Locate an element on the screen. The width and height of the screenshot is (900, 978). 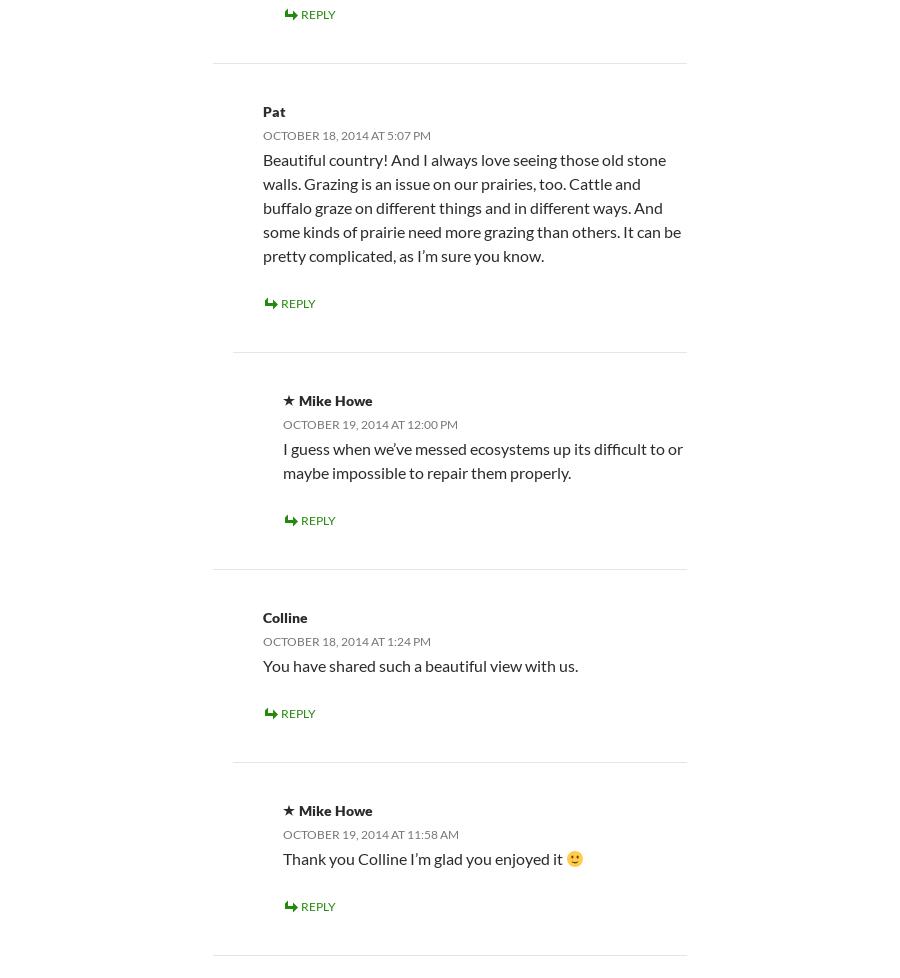
'October 18, 2014 at 1:24 pm' is located at coordinates (347, 640).